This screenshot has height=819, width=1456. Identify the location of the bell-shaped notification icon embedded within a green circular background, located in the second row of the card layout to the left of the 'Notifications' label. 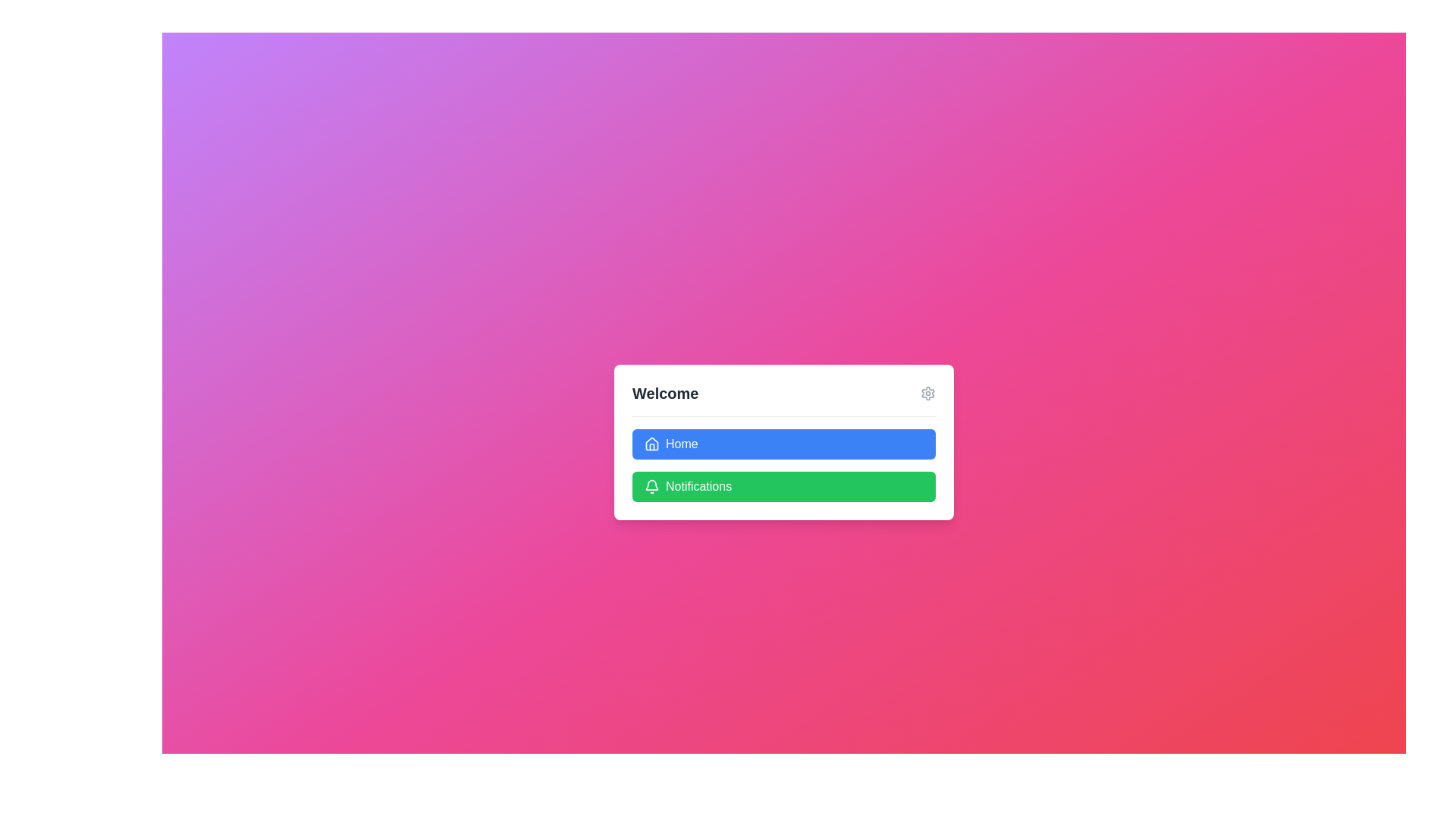
(651, 485).